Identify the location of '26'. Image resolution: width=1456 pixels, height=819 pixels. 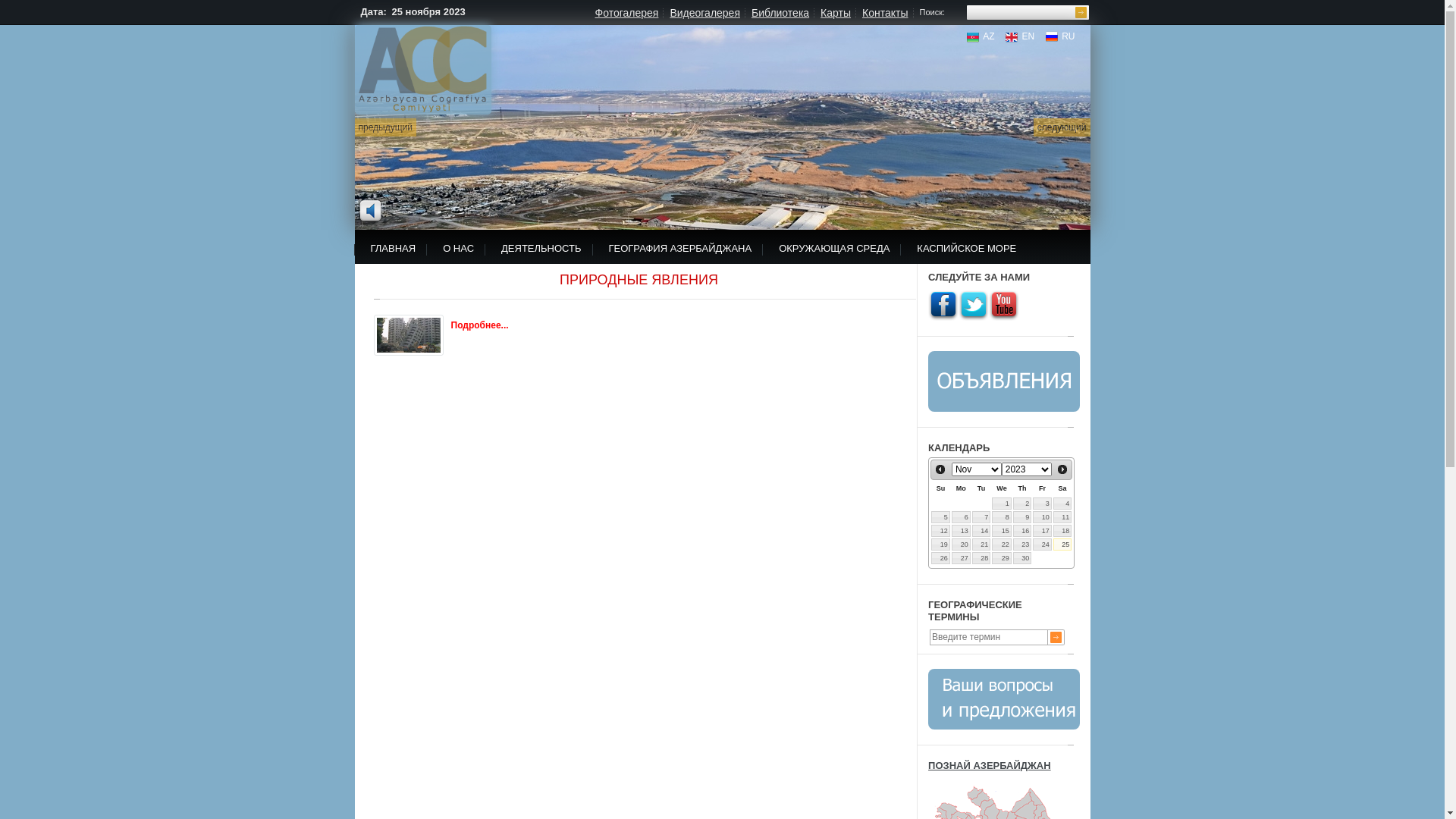
(939, 558).